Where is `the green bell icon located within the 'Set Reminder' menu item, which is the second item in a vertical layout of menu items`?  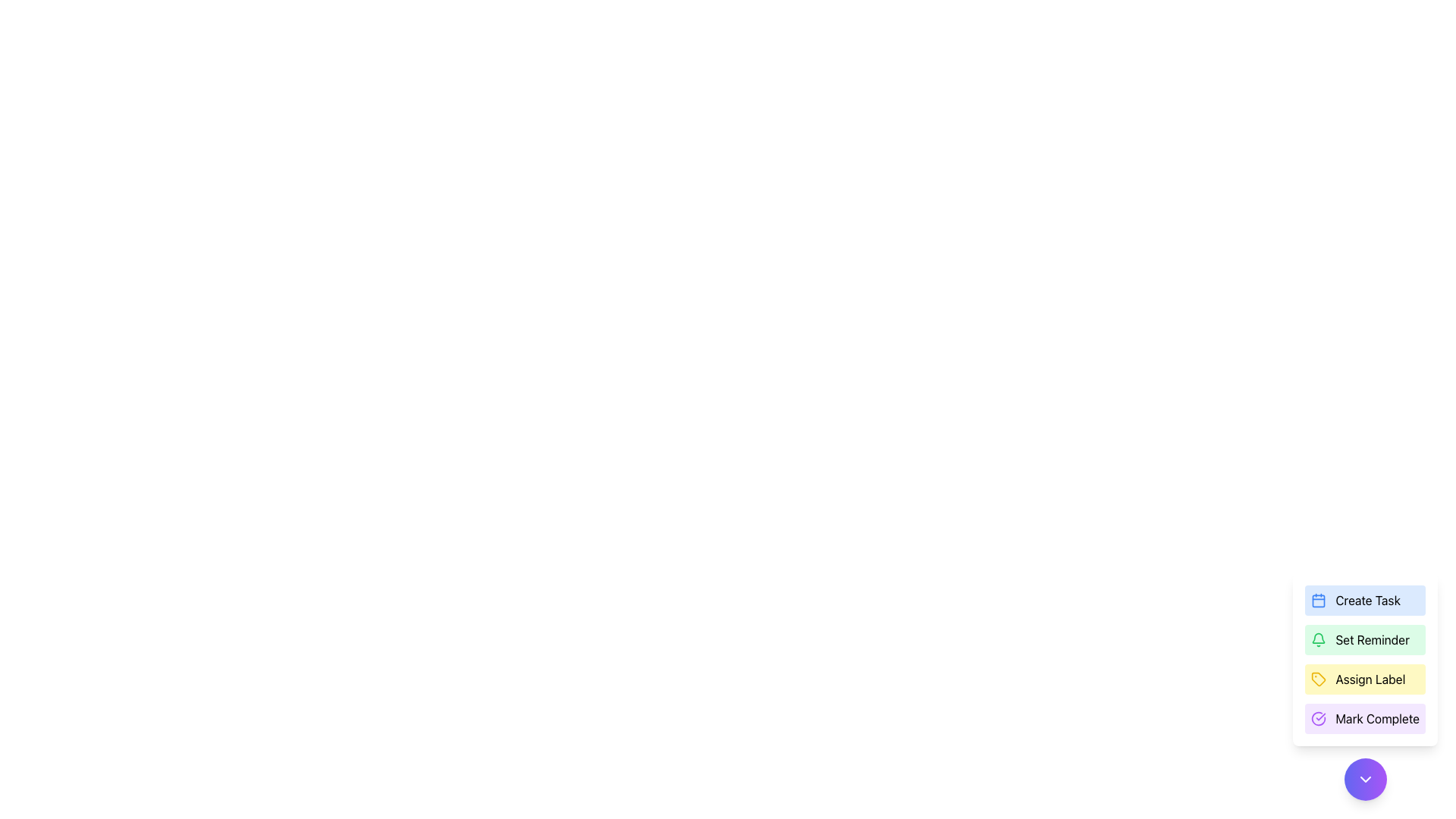
the green bell icon located within the 'Set Reminder' menu item, which is the second item in a vertical layout of menu items is located at coordinates (1318, 640).